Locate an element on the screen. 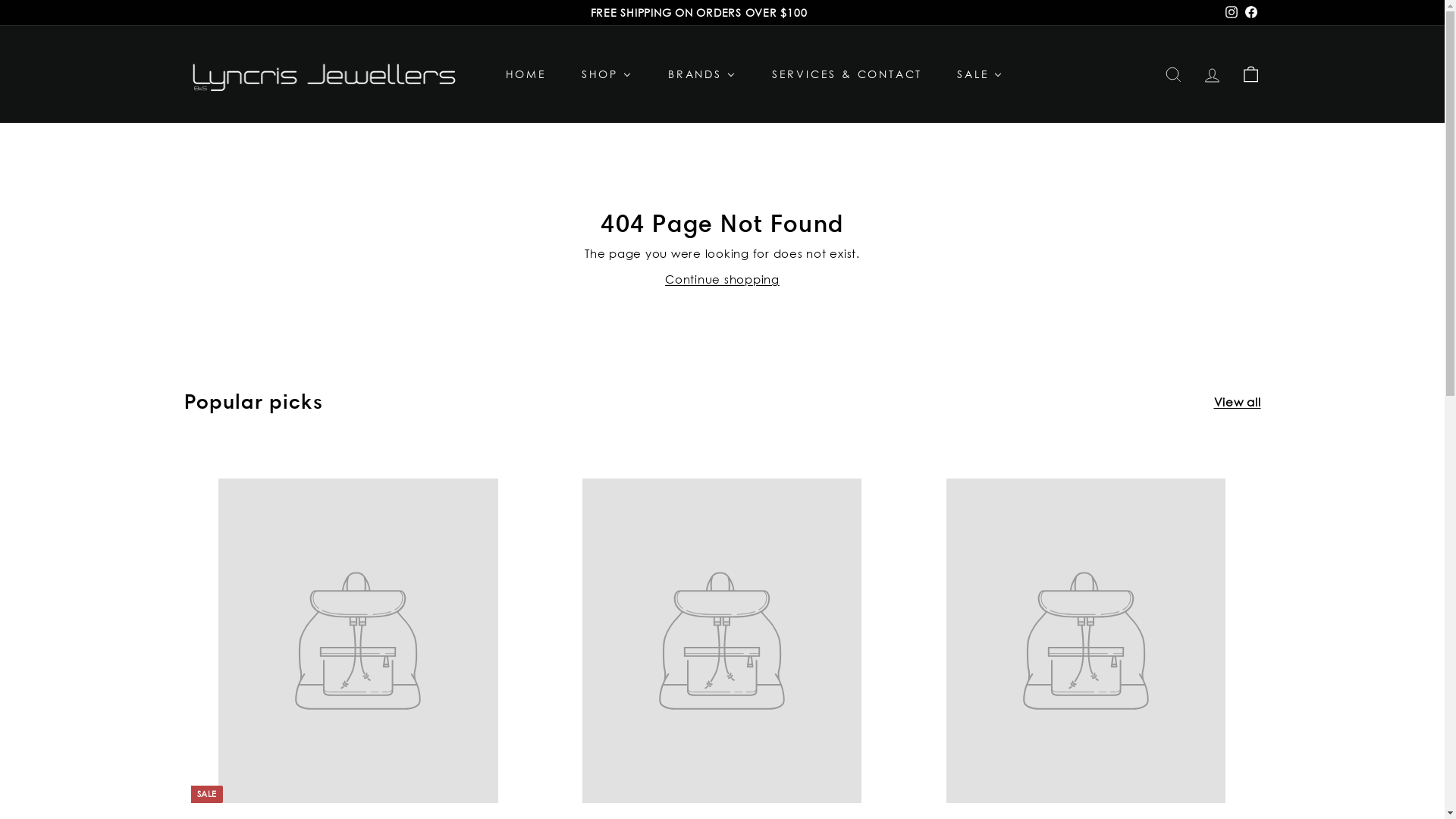  'instagram is located at coordinates (1230, 12).